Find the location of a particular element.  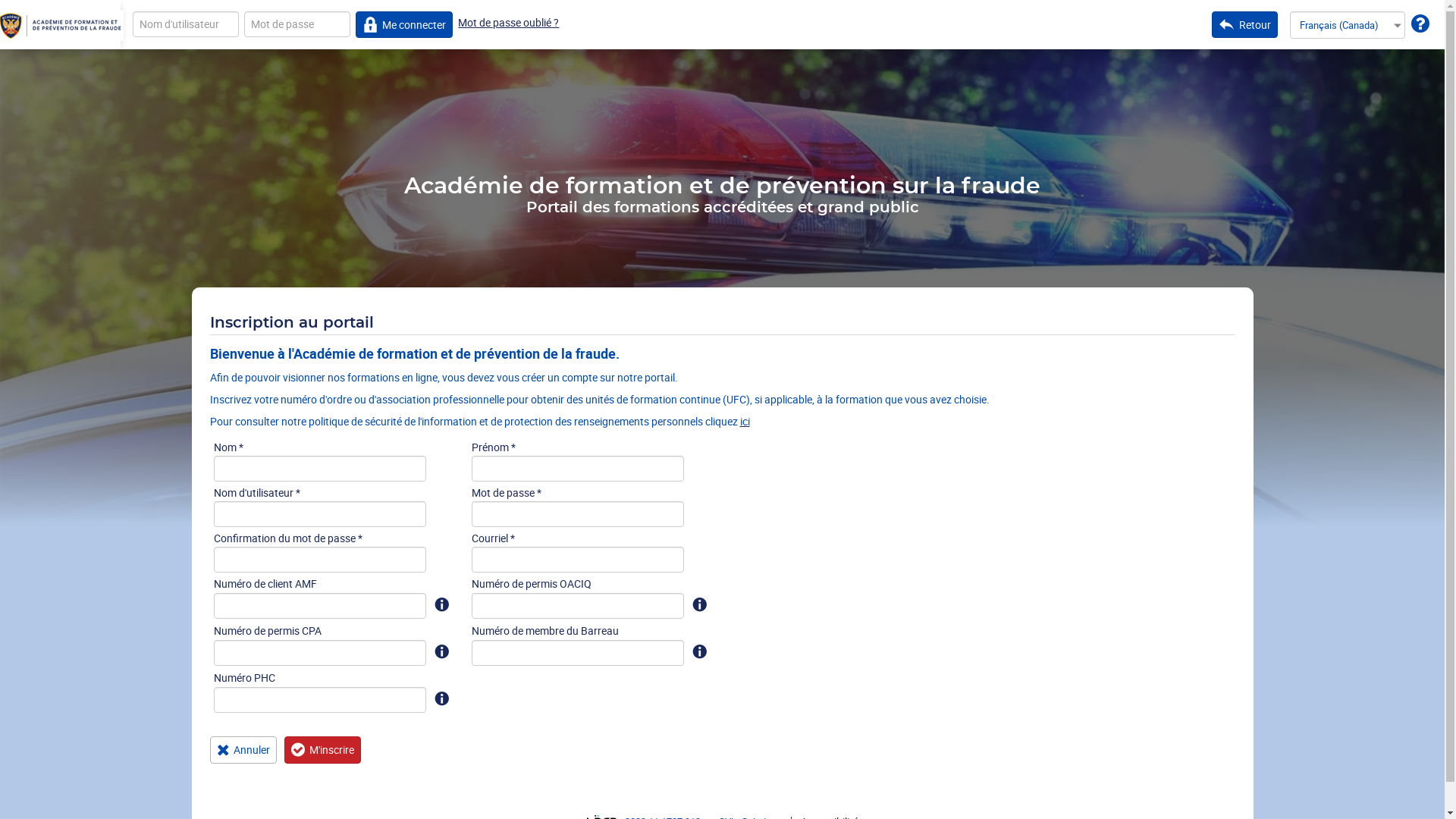

'ici' is located at coordinates (745, 421).